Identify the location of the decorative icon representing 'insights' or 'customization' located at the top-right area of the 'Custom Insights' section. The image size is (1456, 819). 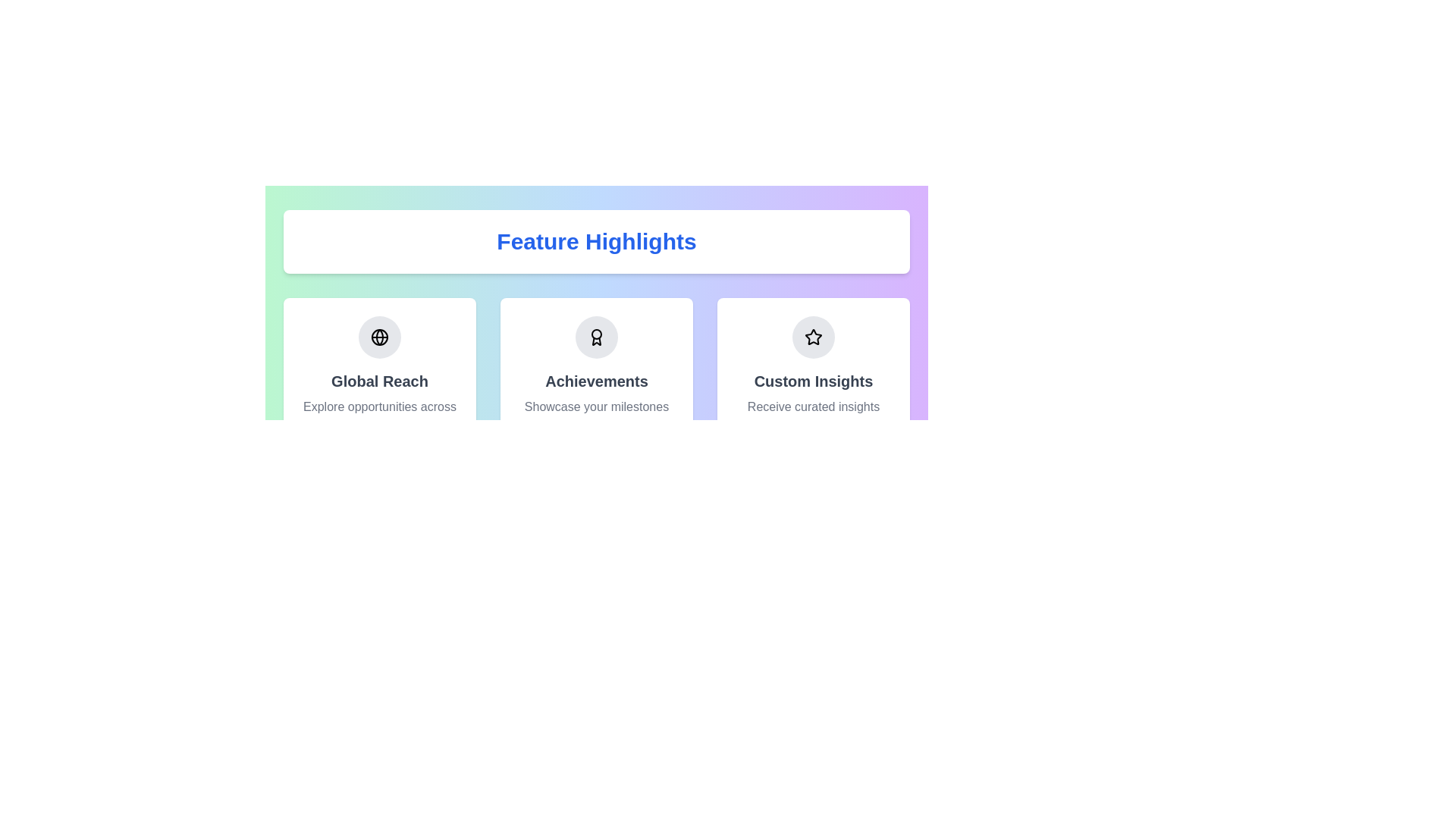
(813, 336).